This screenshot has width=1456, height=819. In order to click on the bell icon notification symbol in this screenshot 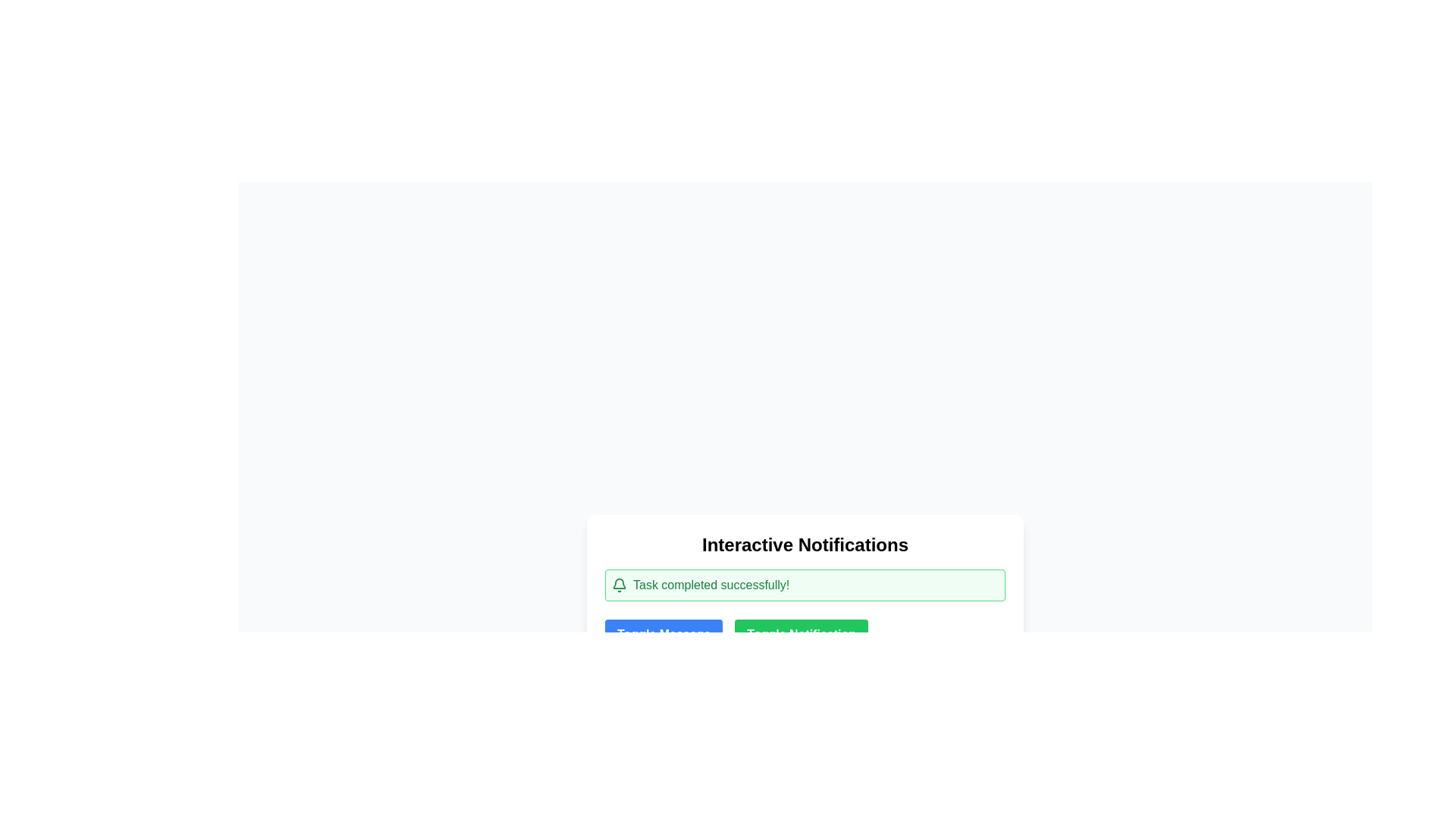, I will do `click(619, 584)`.